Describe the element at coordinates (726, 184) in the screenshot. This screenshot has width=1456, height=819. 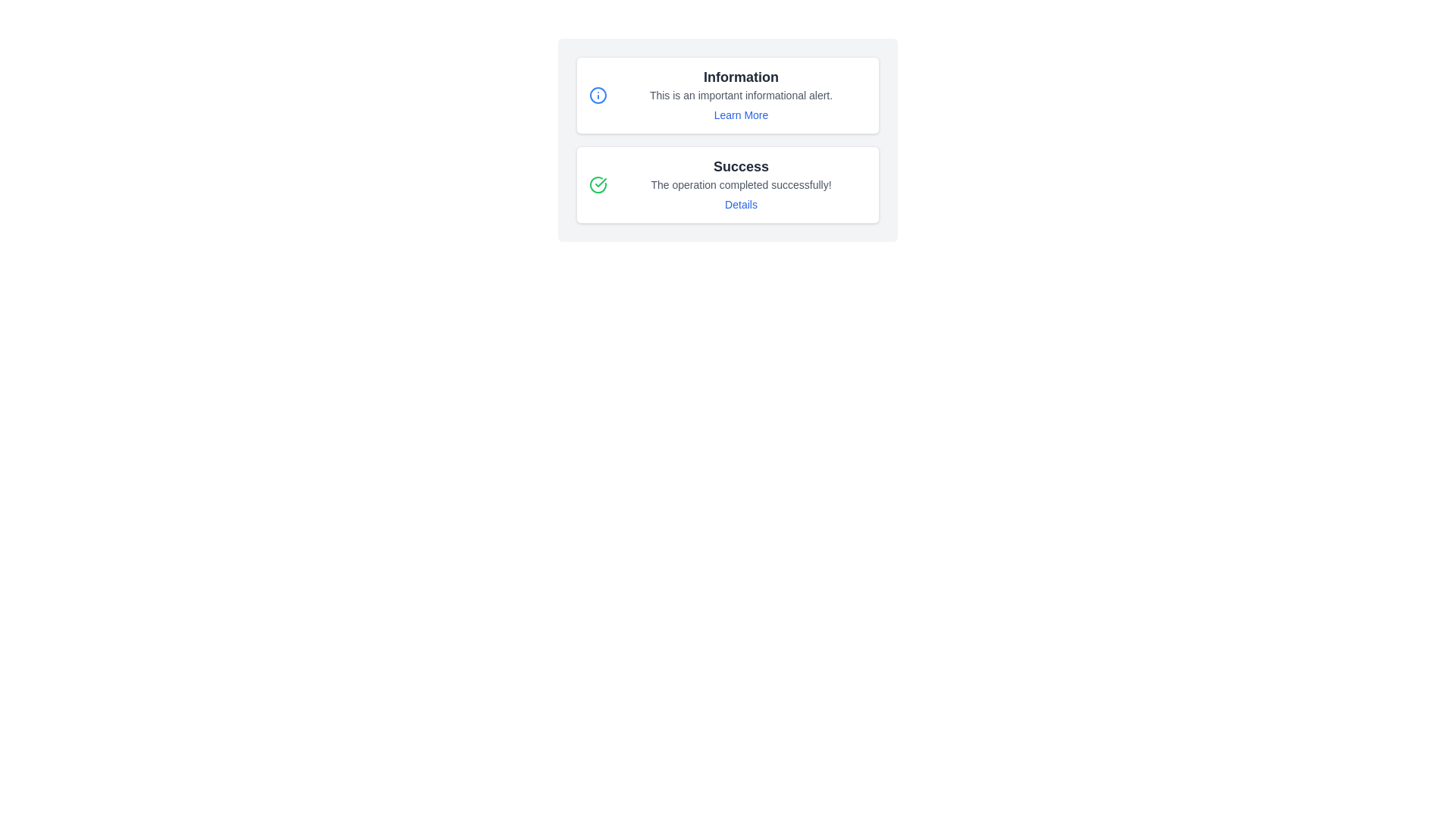
I see `the Notification Box located below the 'Information' notification box in the main content area` at that location.